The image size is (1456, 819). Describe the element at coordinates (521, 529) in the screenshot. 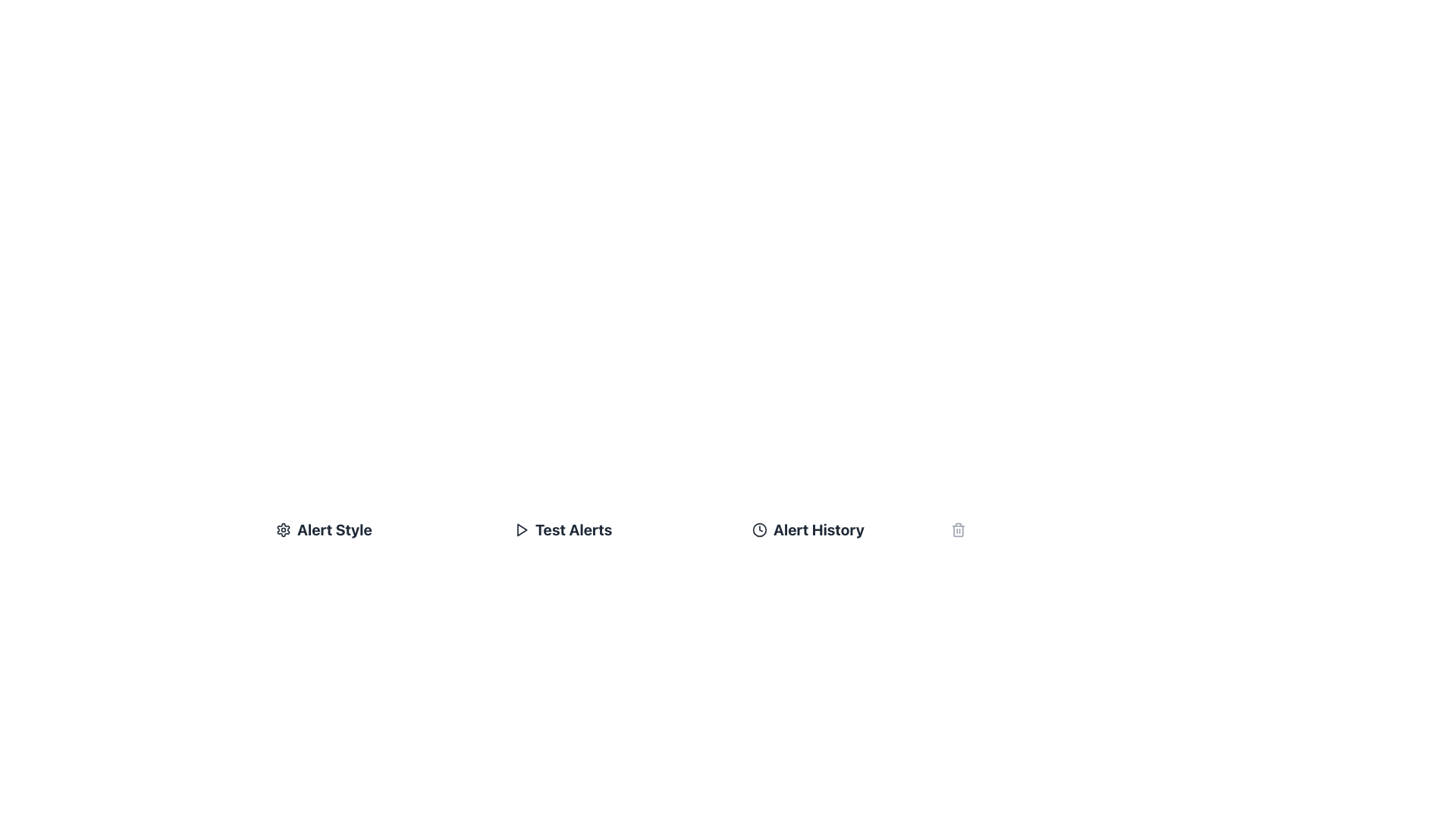

I see `the design of the Play Button icon, which is visually associated with initiating the 'Test Alerts' action and is located at the leftmost part of its group` at that location.